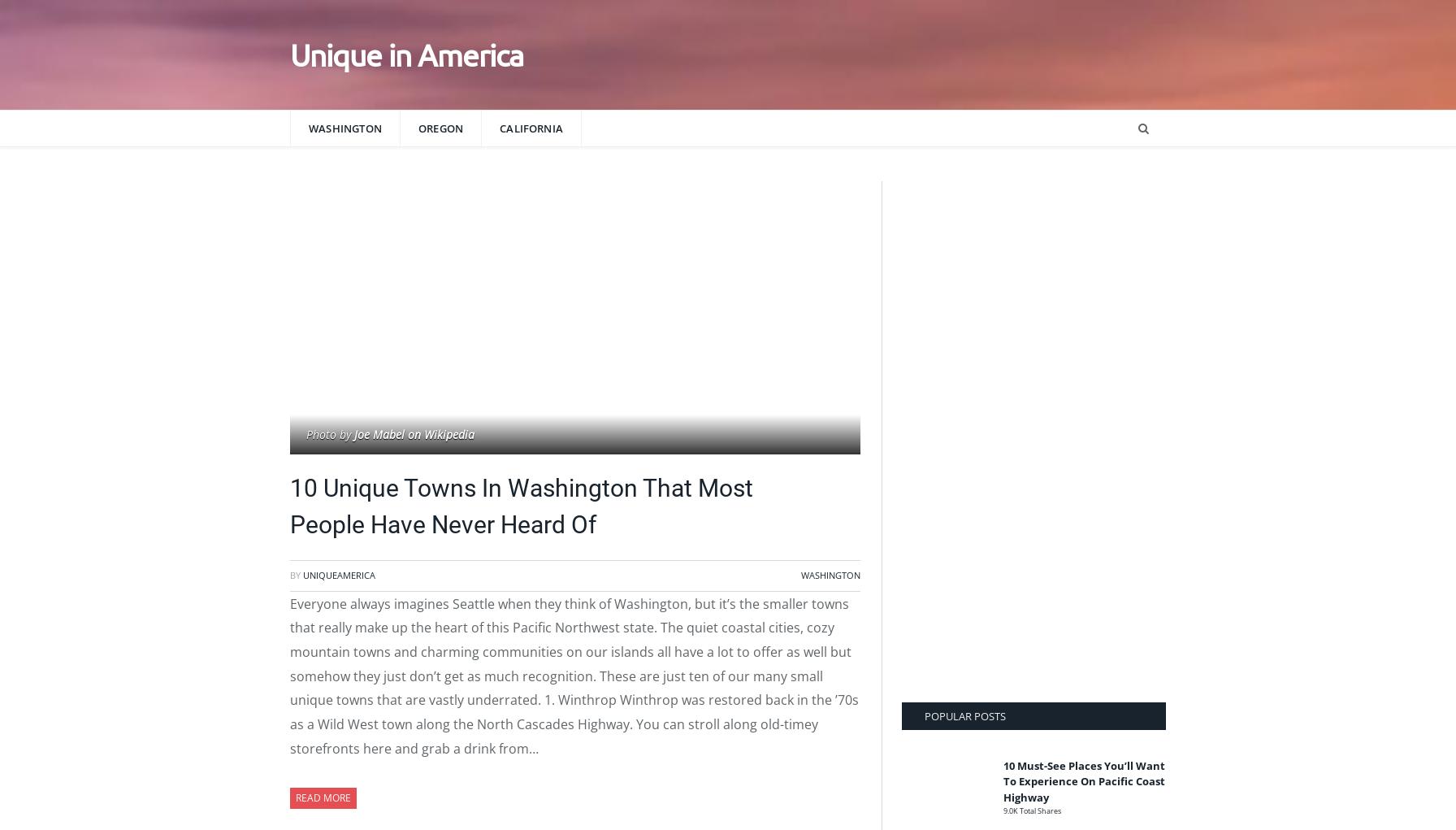  What do you see at coordinates (574, 675) in the screenshot?
I see `'Everyone always imagines Seattle when they think of Washington, but it’s the smaller towns that really make up the heart of this Pacific Northwest state. The quiet coastal cities, cozy mountain towns and charming communities on our islands all have a lot to offer as well but somehow they just don’t get as much recognition. These are just ten of our many small unique towns that are vastly underrated. 1. Winthrop Winthrop was restored back in the ’70s as a Wild West town along the North Cascades Highway. You can stroll along old-timey storefronts here and grab a drink from…'` at bounding box center [574, 675].